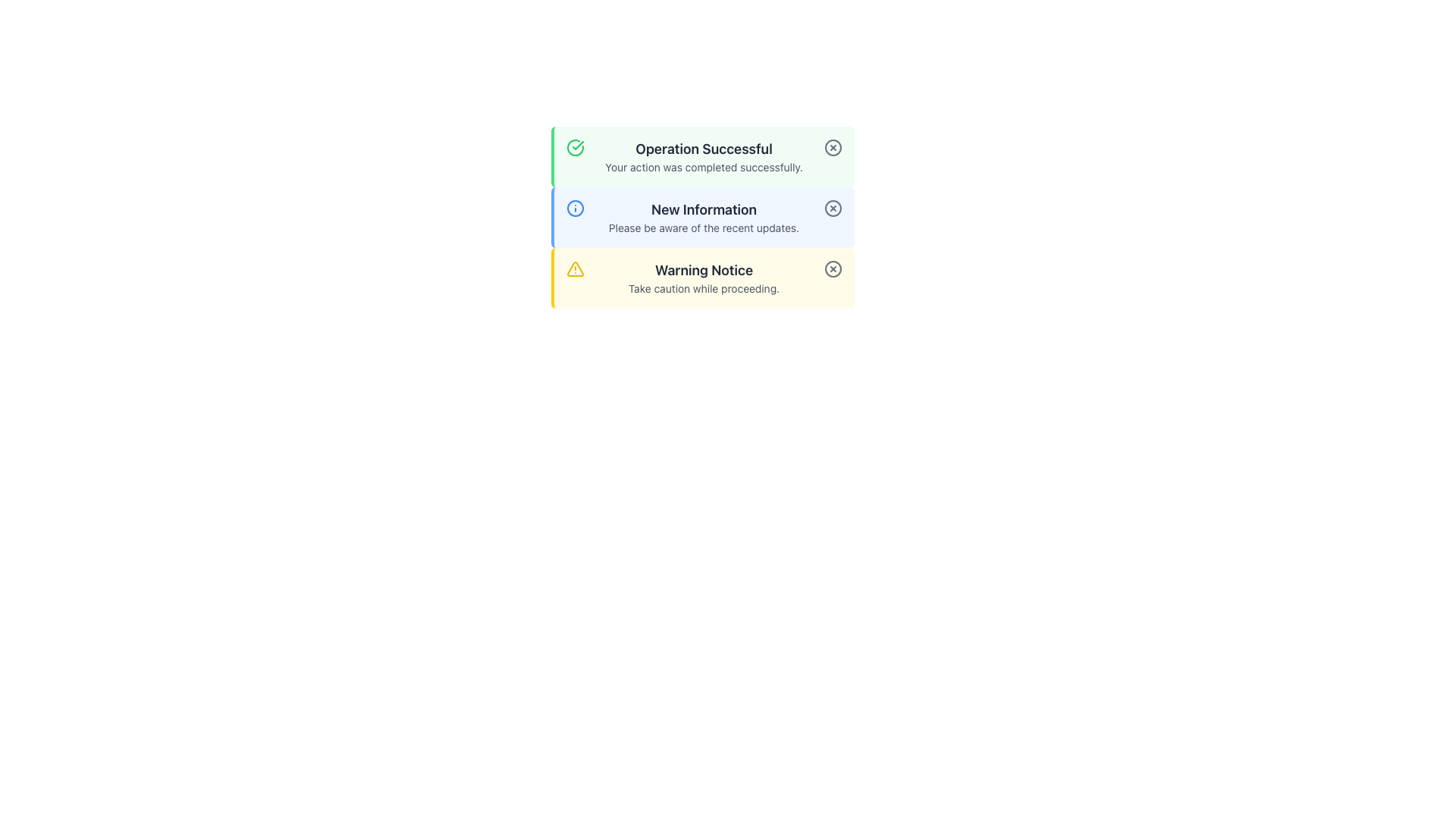  I want to click on information from the centered informational notification box with a blue background, titled 'New Information' in bold black text, containing details about recent updates, so click(701, 217).